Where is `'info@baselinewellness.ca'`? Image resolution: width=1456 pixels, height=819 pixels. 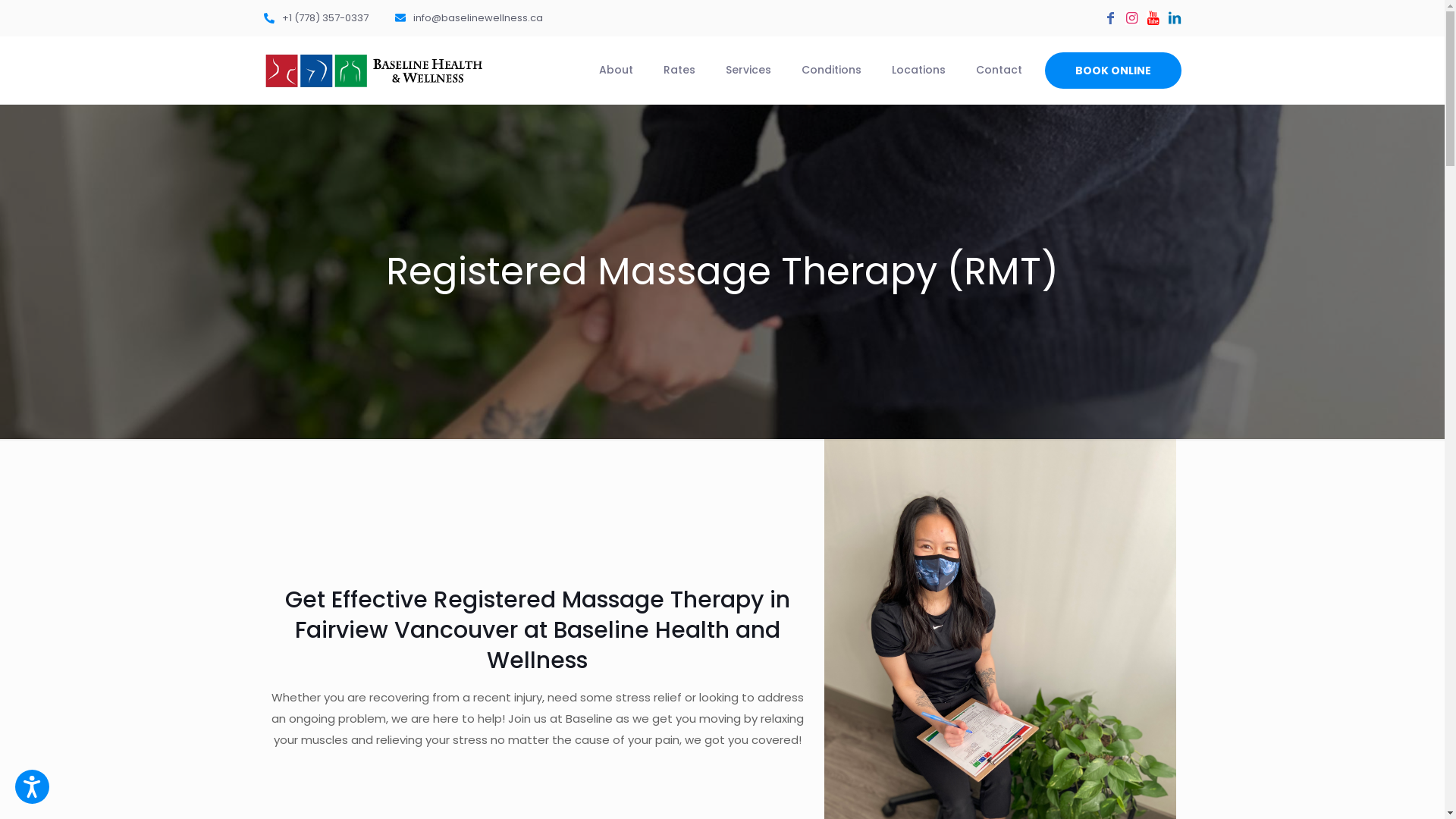 'info@baselinewellness.ca' is located at coordinates (467, 17).